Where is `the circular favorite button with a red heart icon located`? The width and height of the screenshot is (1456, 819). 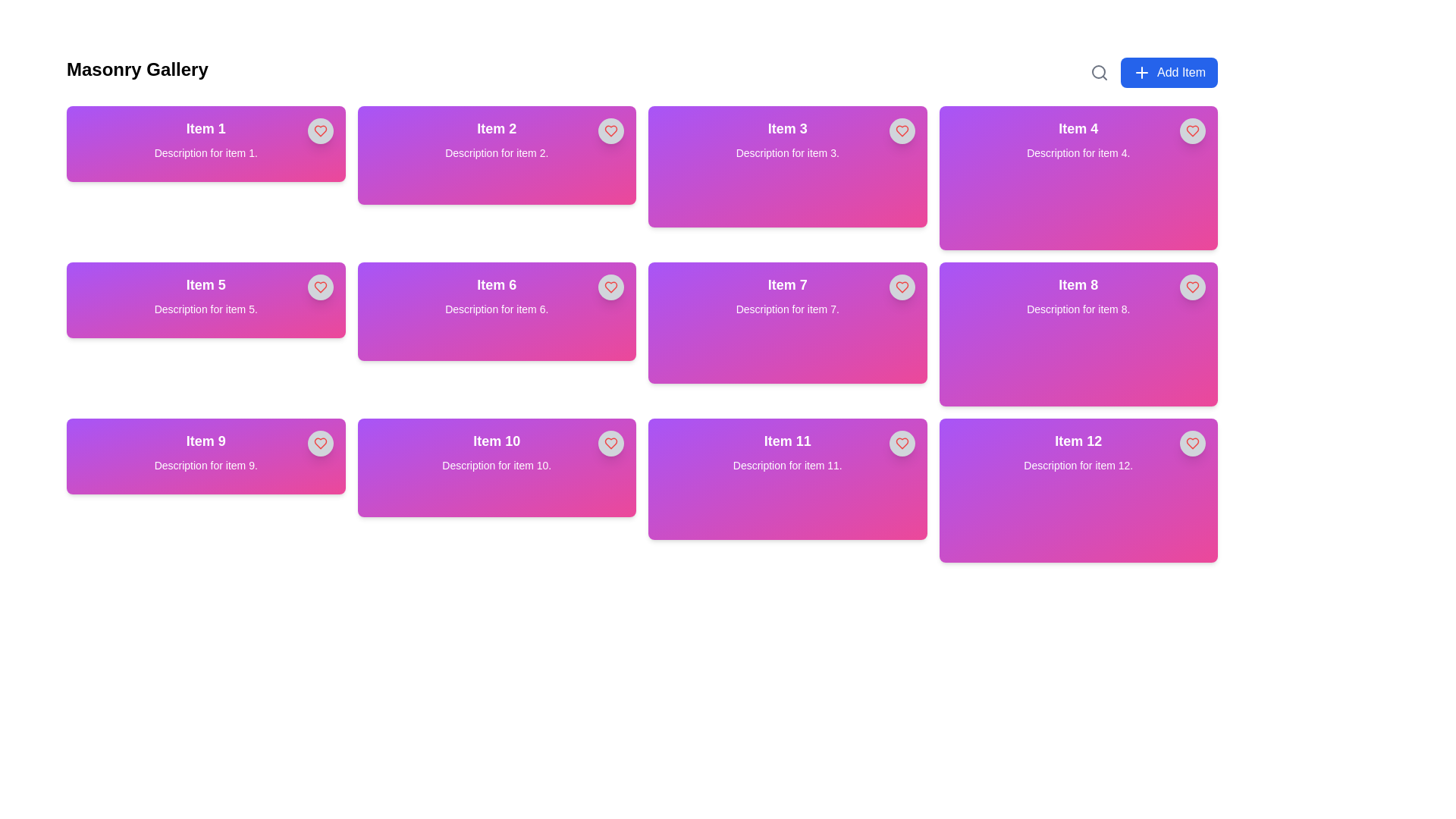 the circular favorite button with a red heart icon located is located at coordinates (319, 444).